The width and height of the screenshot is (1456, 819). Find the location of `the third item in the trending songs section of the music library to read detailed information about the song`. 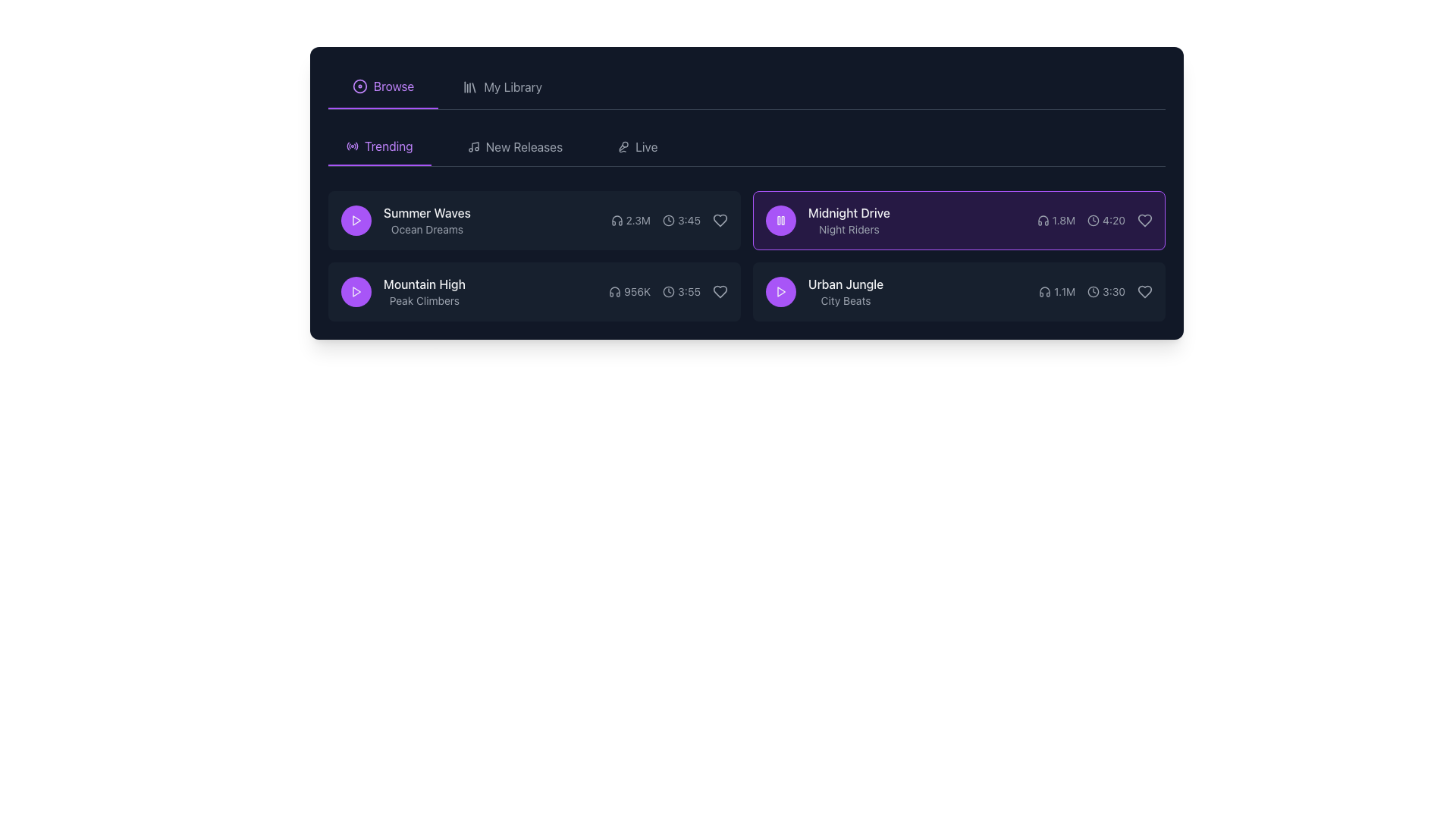

the third item in the trending songs section of the music library to read detailed information about the song is located at coordinates (959, 220).